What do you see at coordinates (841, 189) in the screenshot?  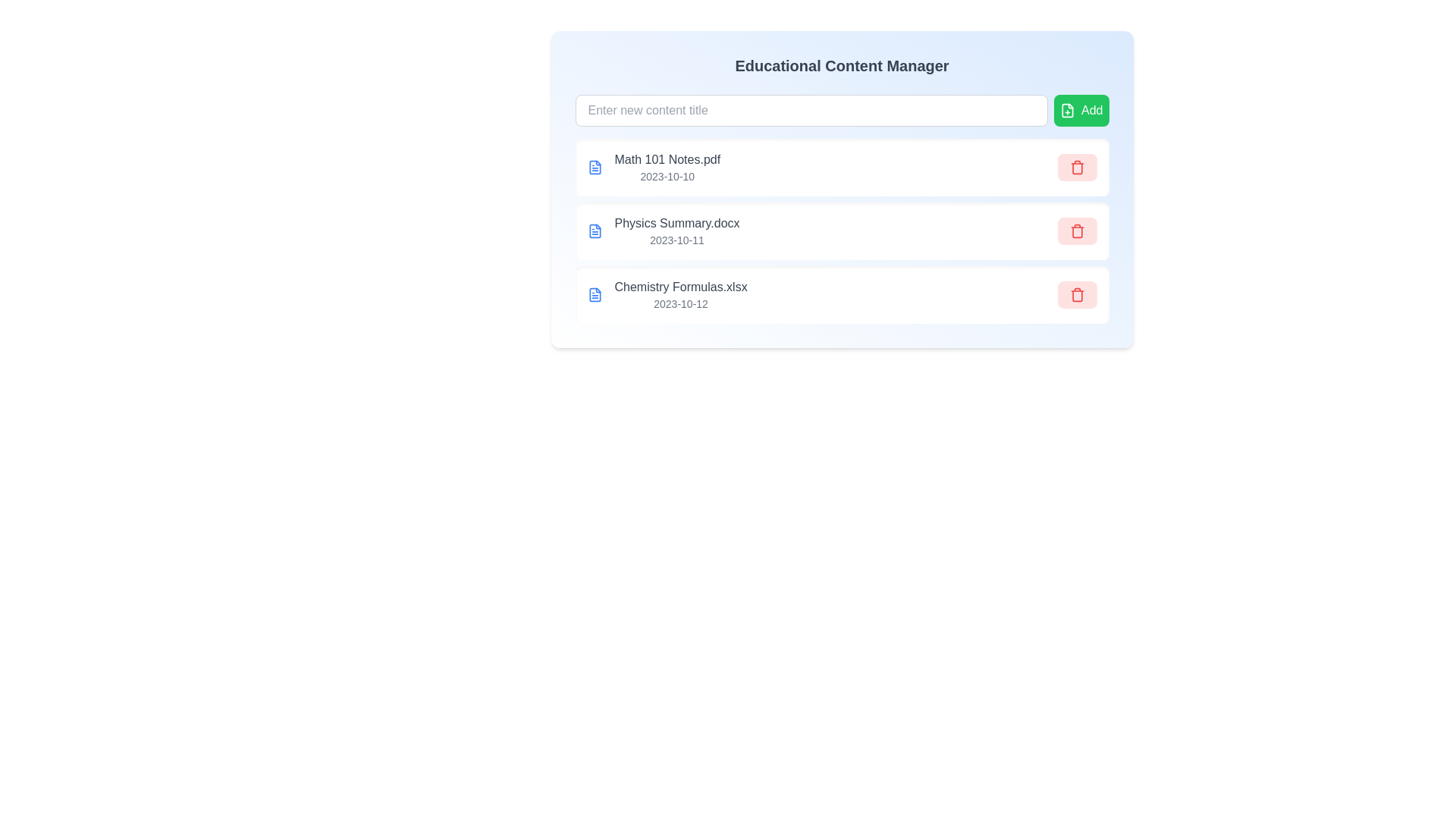 I see `the filename of the first document entry in the 'Educational Content Manager'` at bounding box center [841, 189].